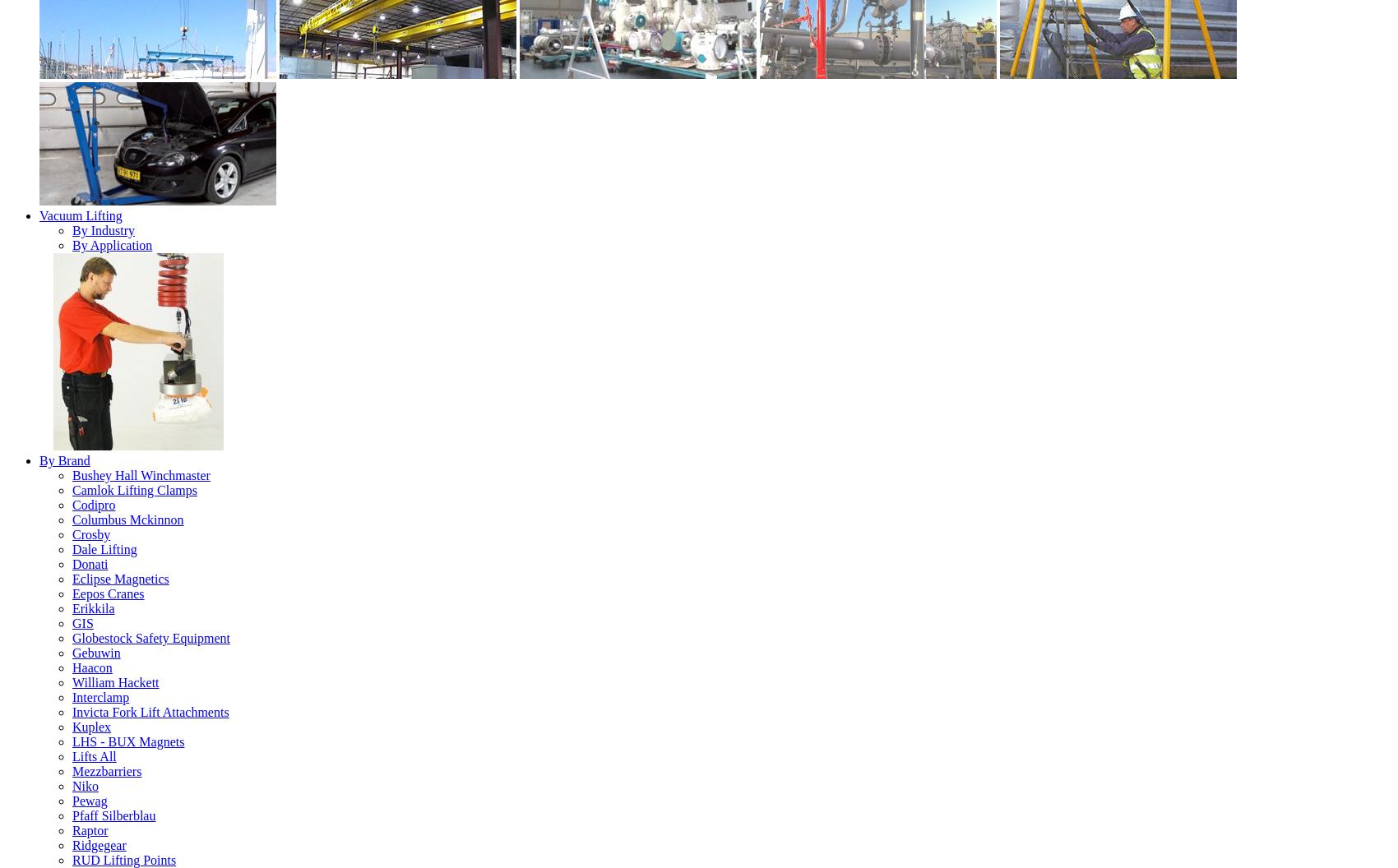 Image resolution: width=1398 pixels, height=868 pixels. I want to click on 'Eepos Cranes', so click(107, 593).